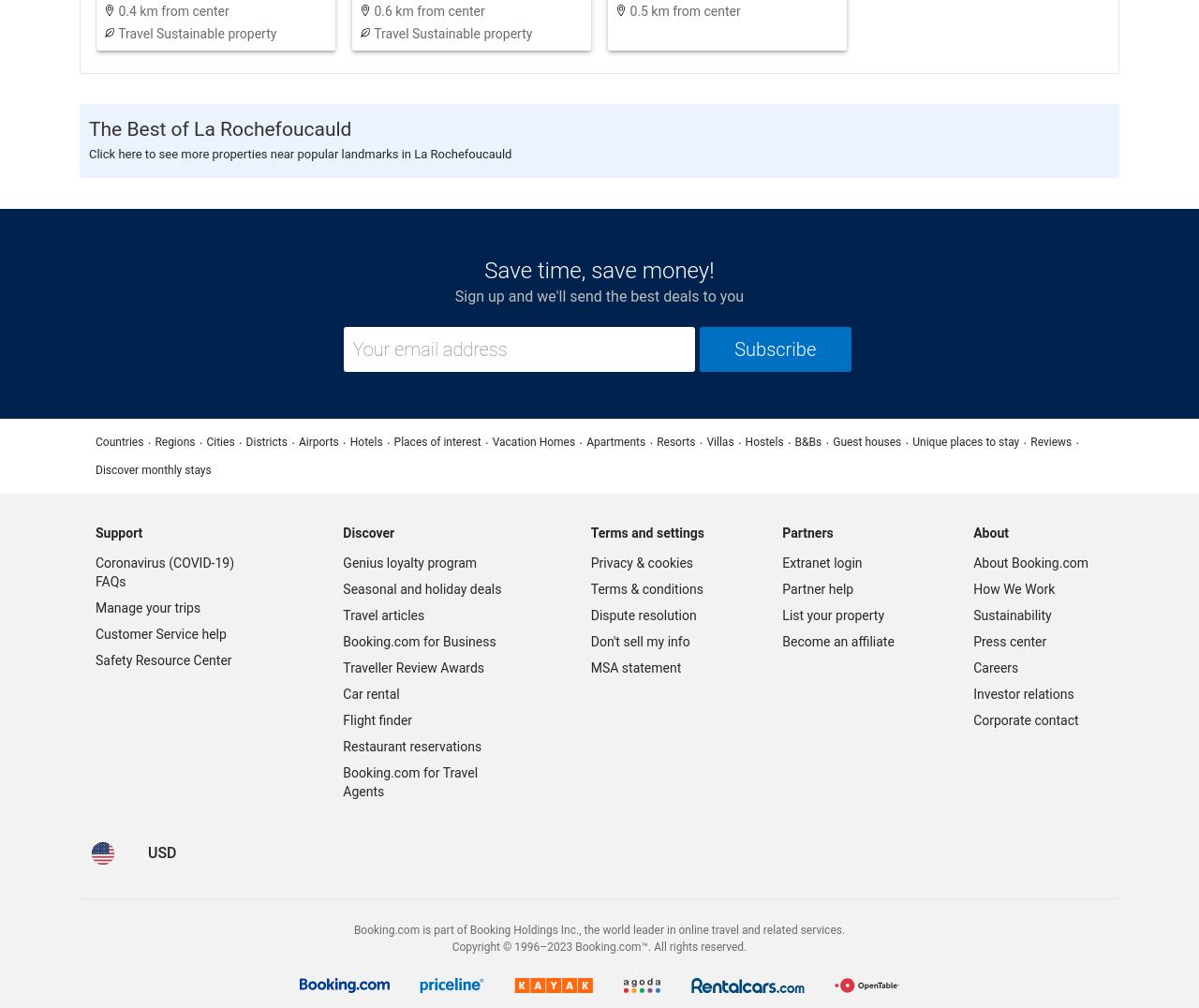  I want to click on 'Seasonal and holiday deals', so click(421, 587).